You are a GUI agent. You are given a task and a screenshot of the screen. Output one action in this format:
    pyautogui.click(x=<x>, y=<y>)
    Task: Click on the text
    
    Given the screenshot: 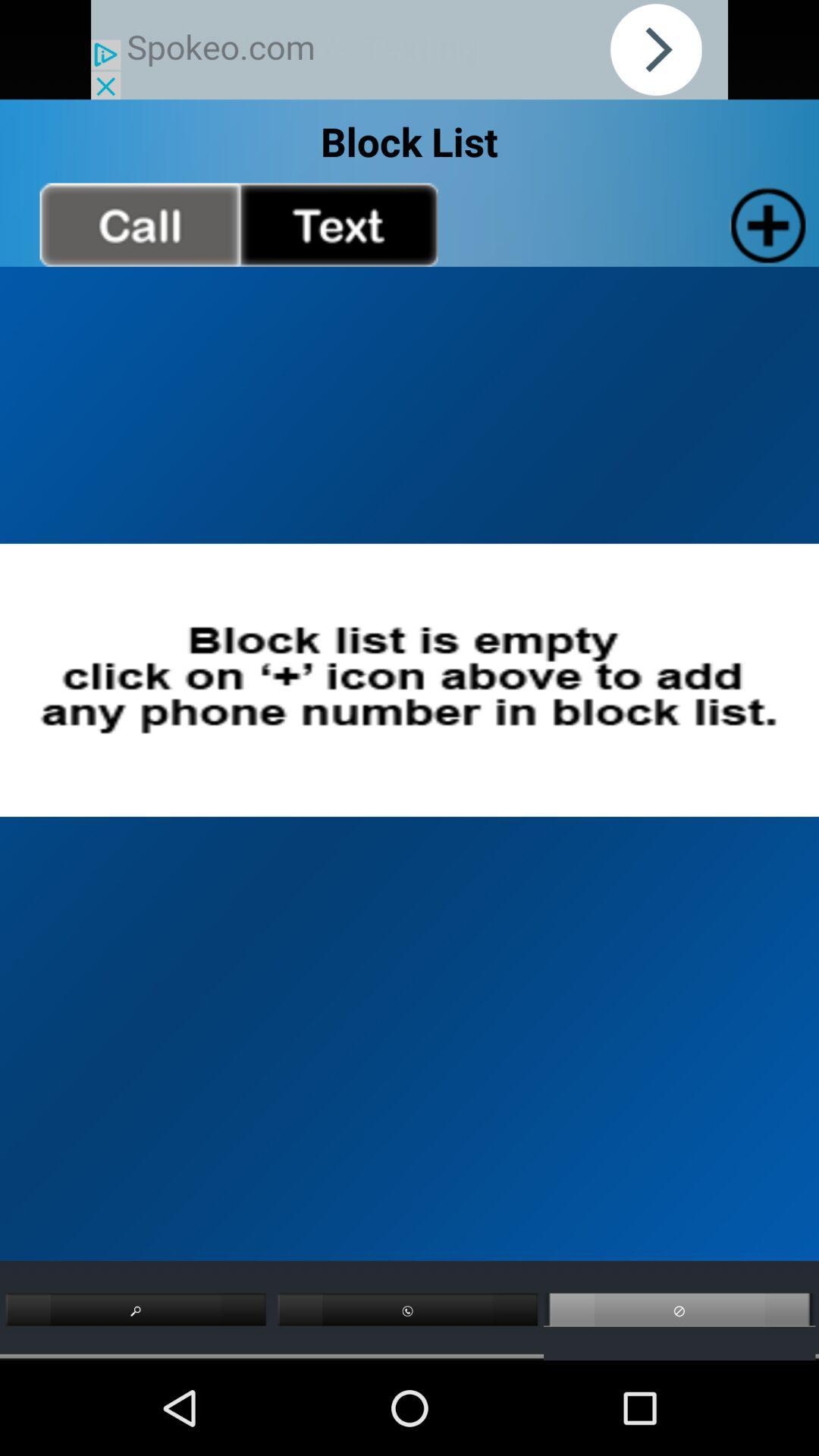 What is the action you would take?
    pyautogui.click(x=337, y=224)
    